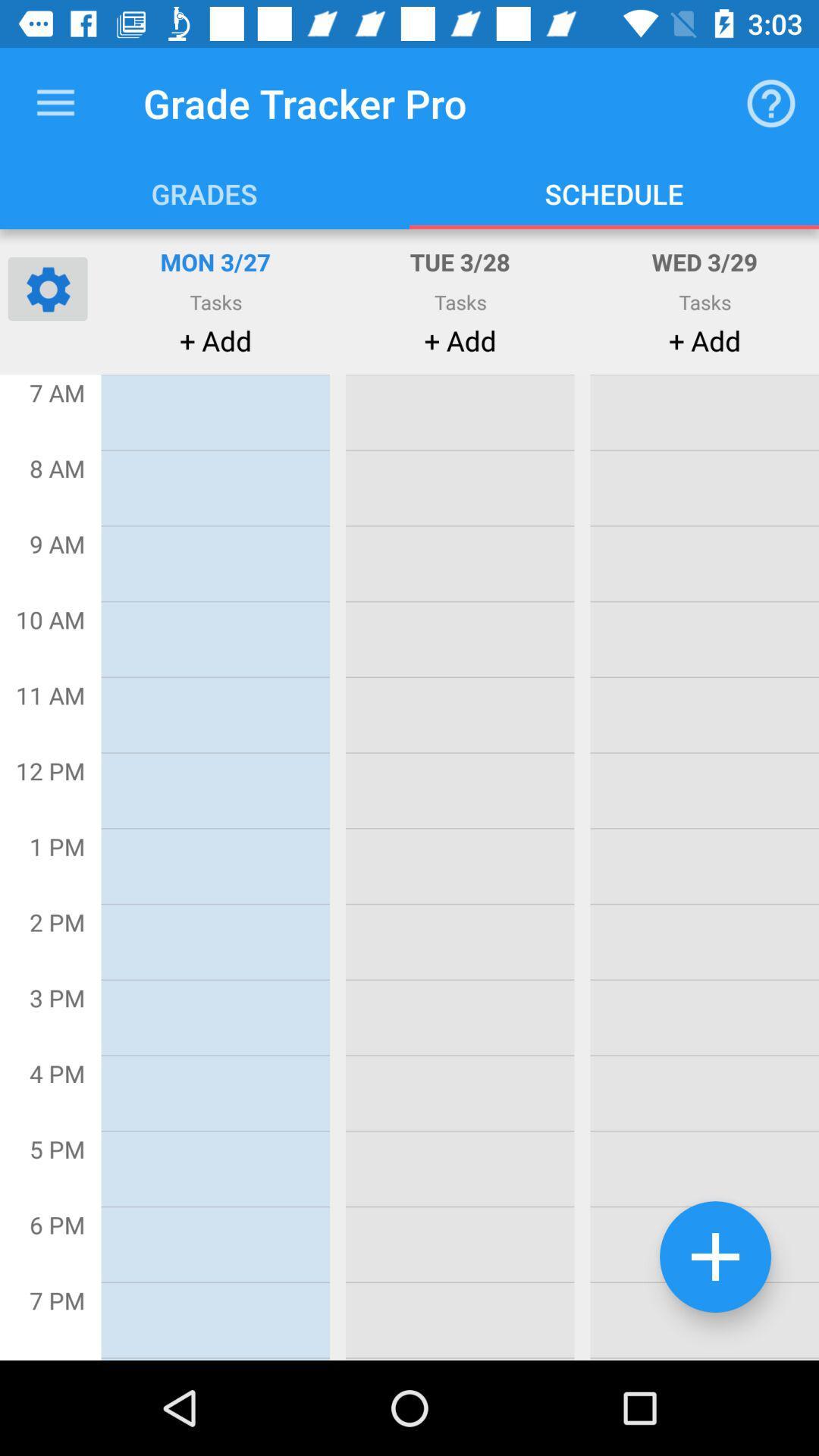 The width and height of the screenshot is (819, 1456). I want to click on icon at the bottom right corner, so click(715, 1257).